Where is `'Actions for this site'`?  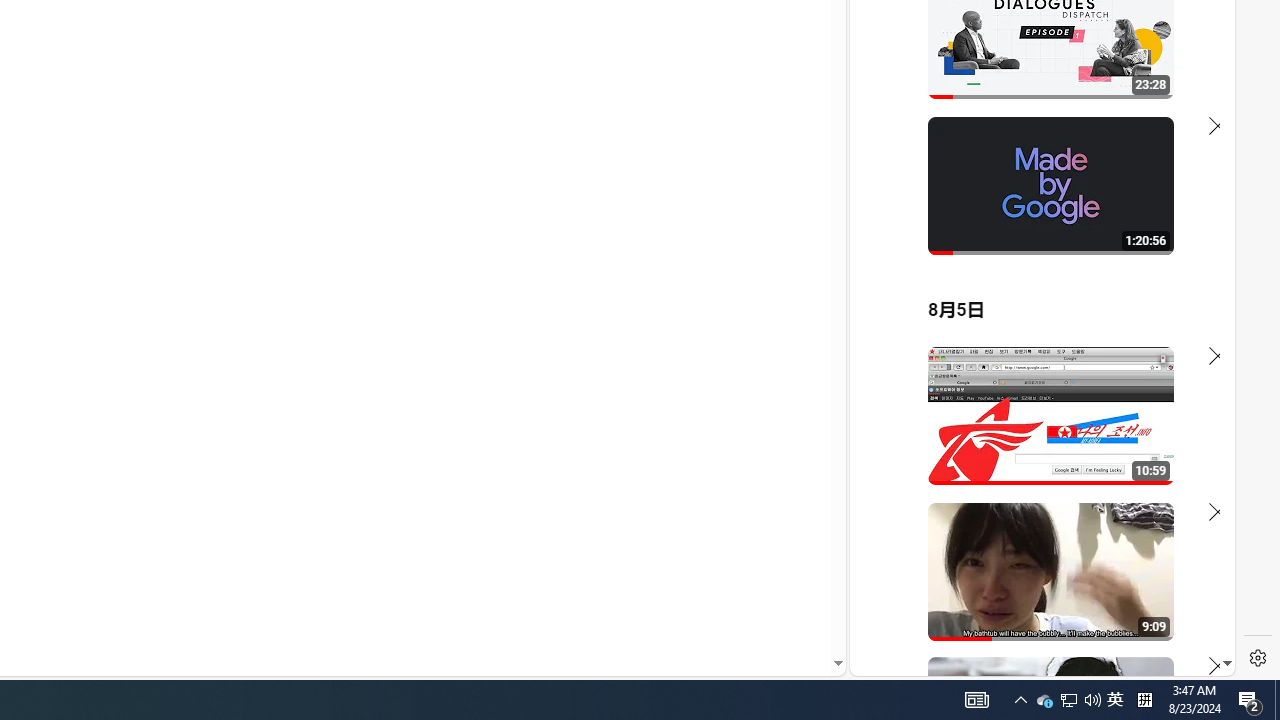
'Actions for this site' is located at coordinates (1131, 442).